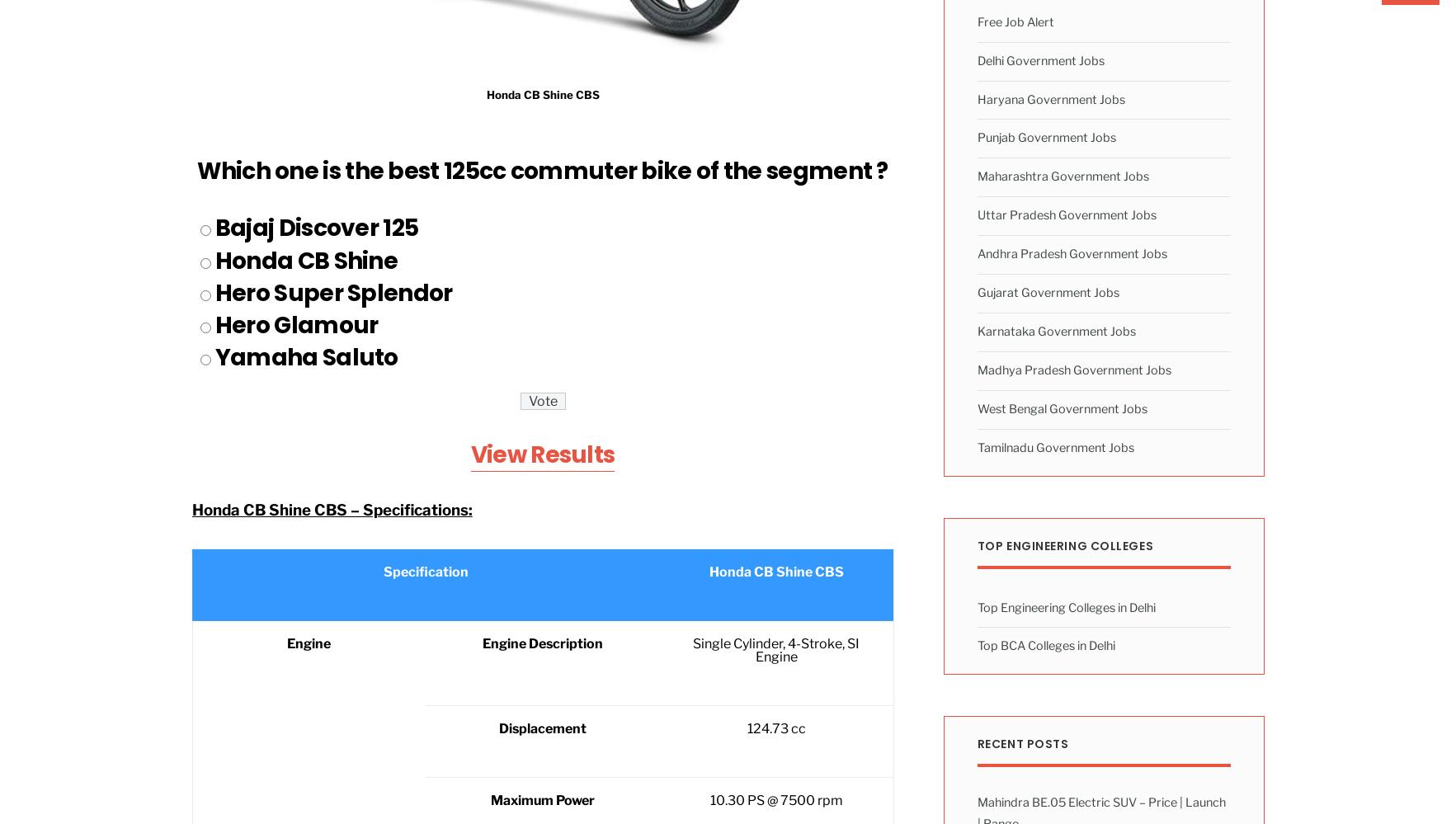 The image size is (1456, 824). What do you see at coordinates (1065, 605) in the screenshot?
I see `'Top Engineering Colleges in Delhi'` at bounding box center [1065, 605].